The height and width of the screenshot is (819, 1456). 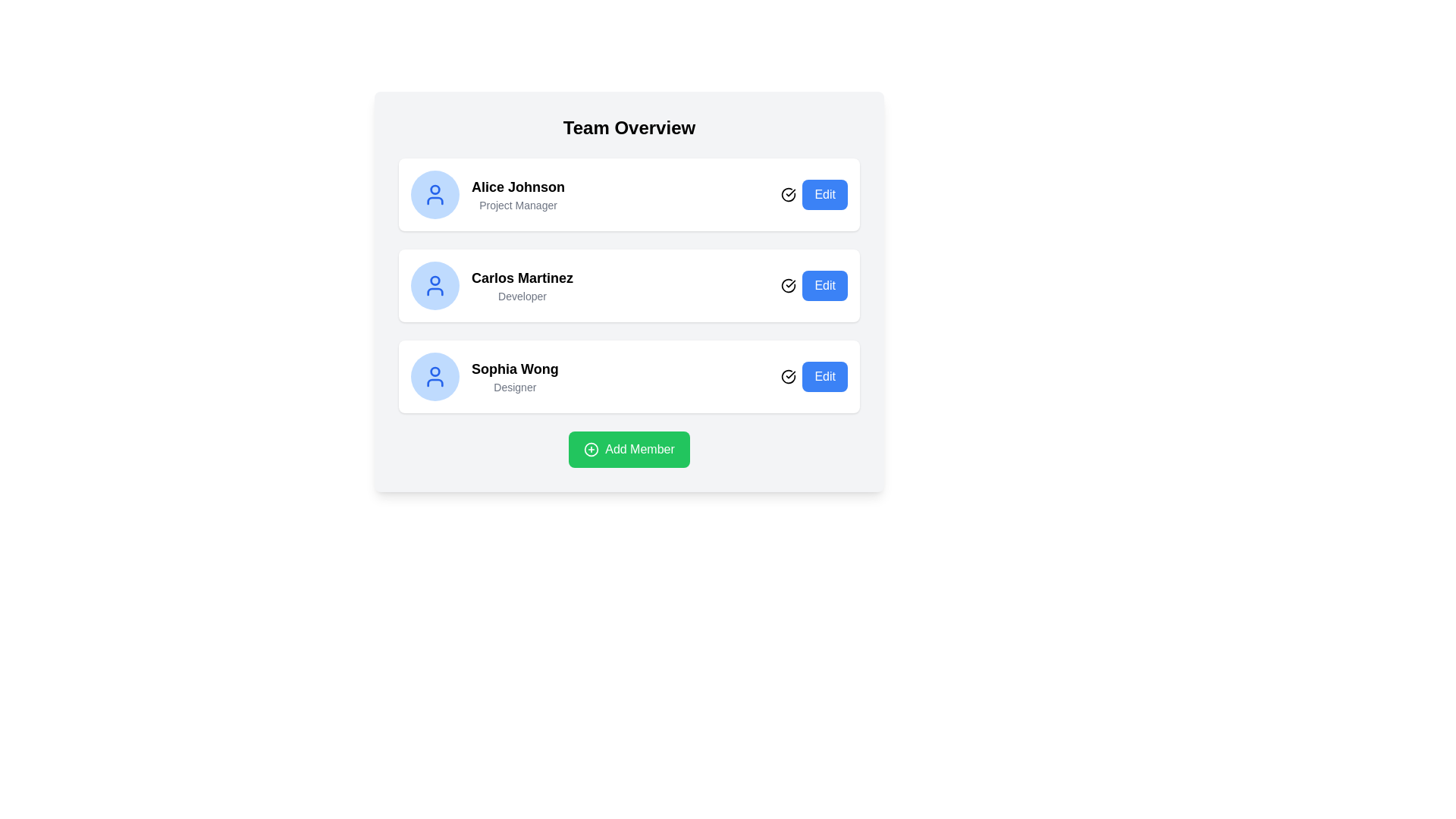 I want to click on the 'Edit' button with a blue background and white text, located to the right of 'Alice Johnson Project Manager', so click(x=824, y=194).